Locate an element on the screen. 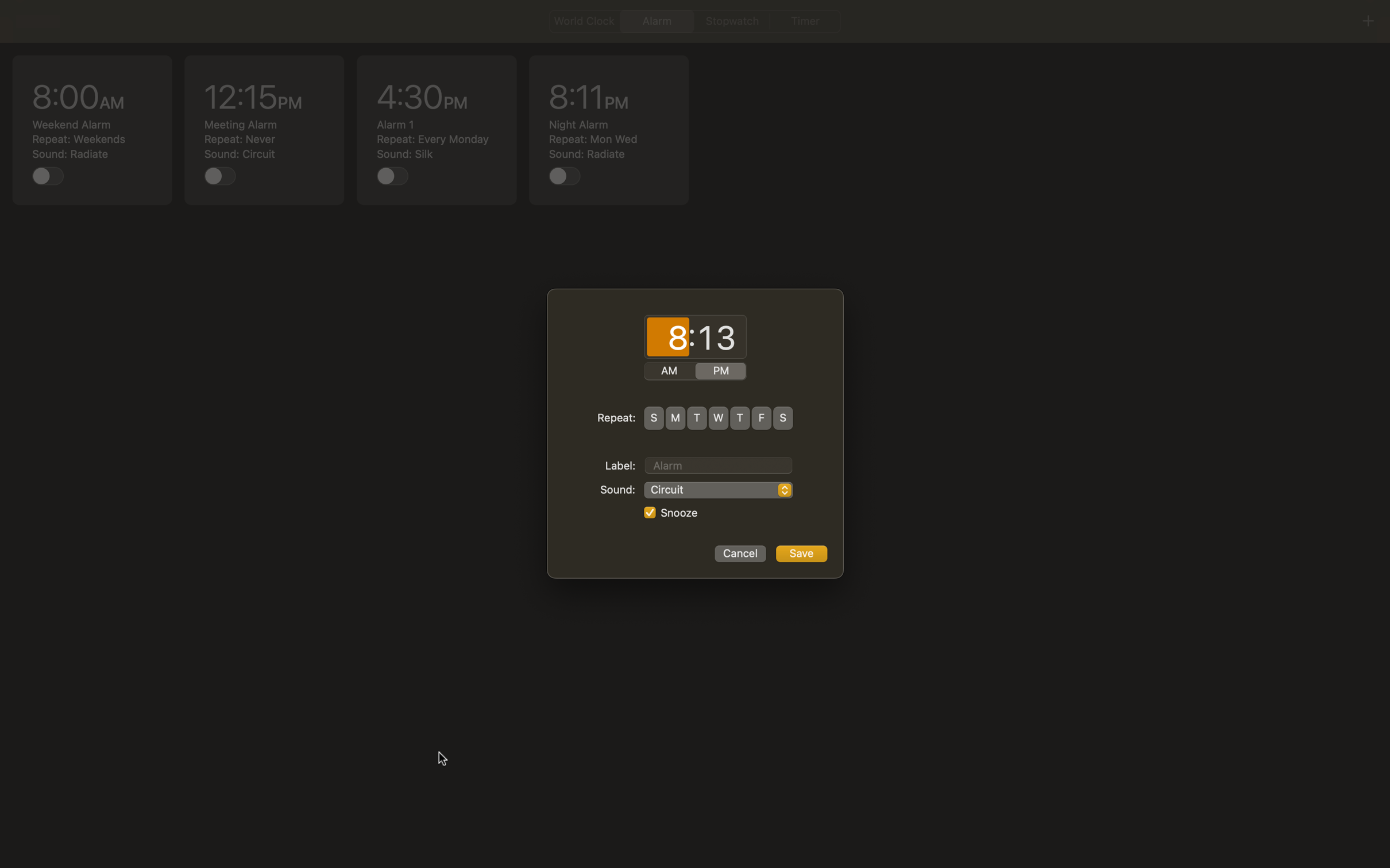 The image size is (1390, 868). Switch clock to PM mode is located at coordinates (721, 371).